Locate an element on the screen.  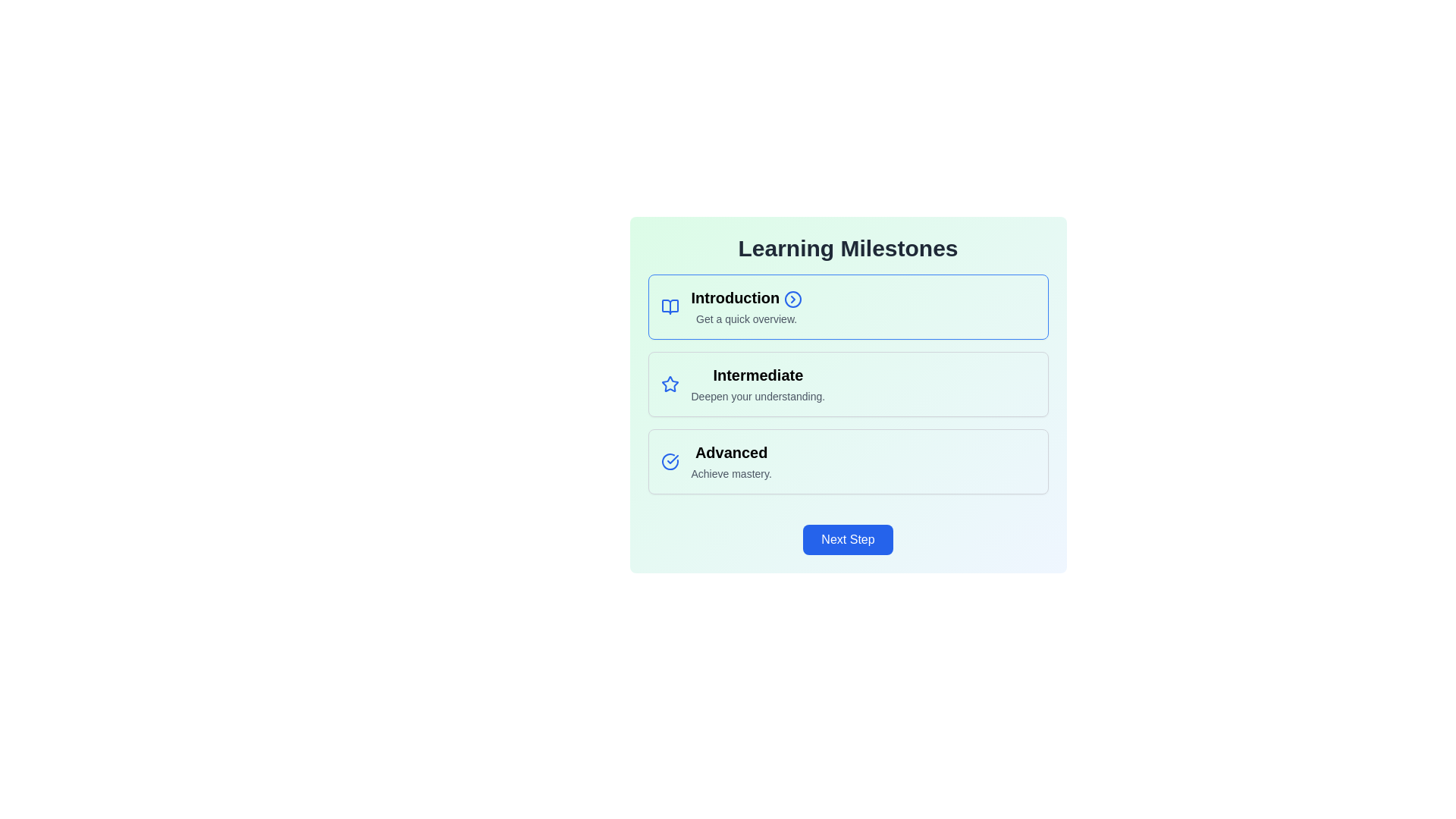
the circular icon with a right-pointing chevron inside it, which is outlined in blue and located to the right of the 'Introduction' text label is located at coordinates (792, 299).